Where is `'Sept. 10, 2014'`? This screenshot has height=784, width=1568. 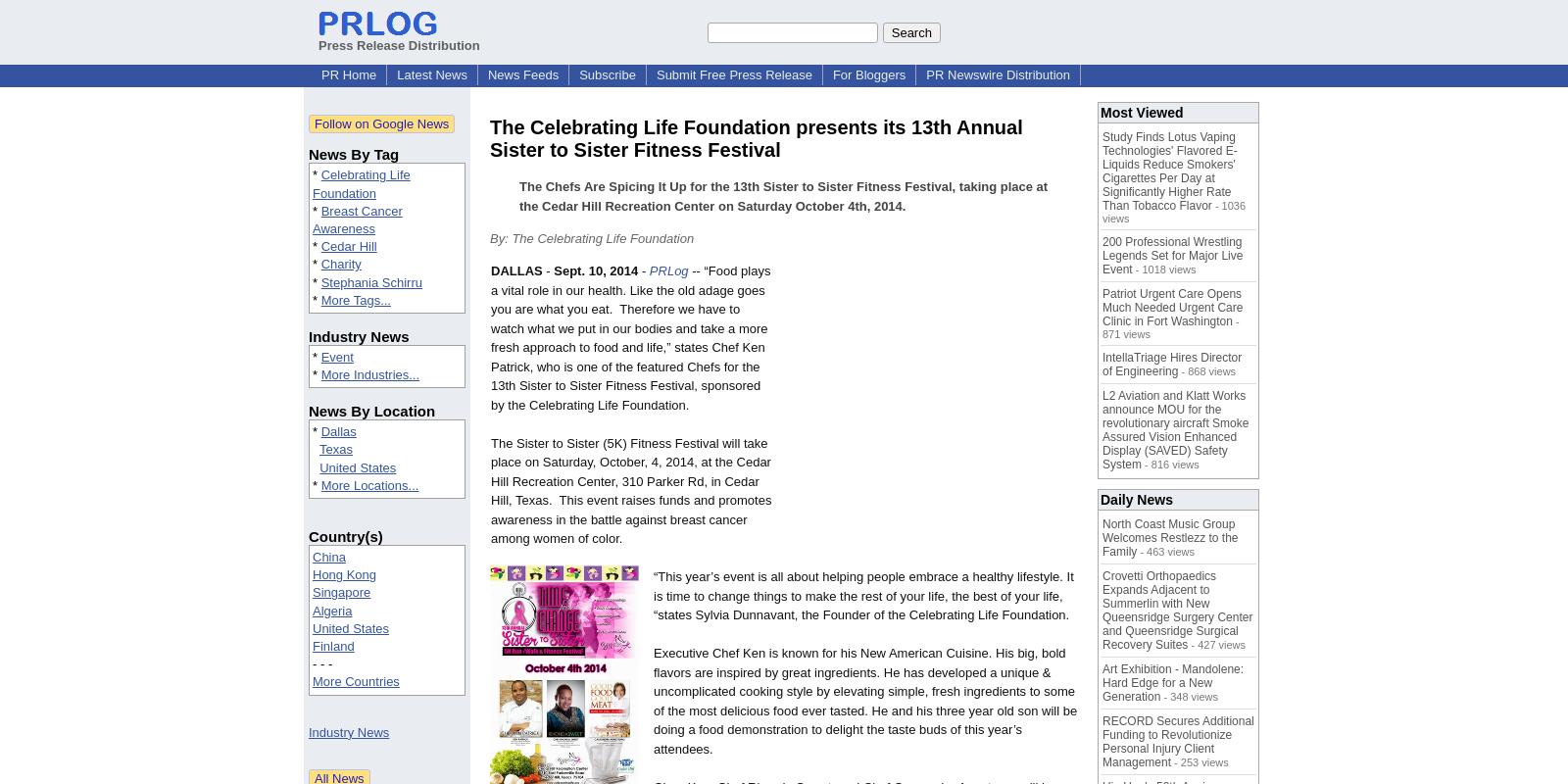
'Sept. 10, 2014' is located at coordinates (596, 270).